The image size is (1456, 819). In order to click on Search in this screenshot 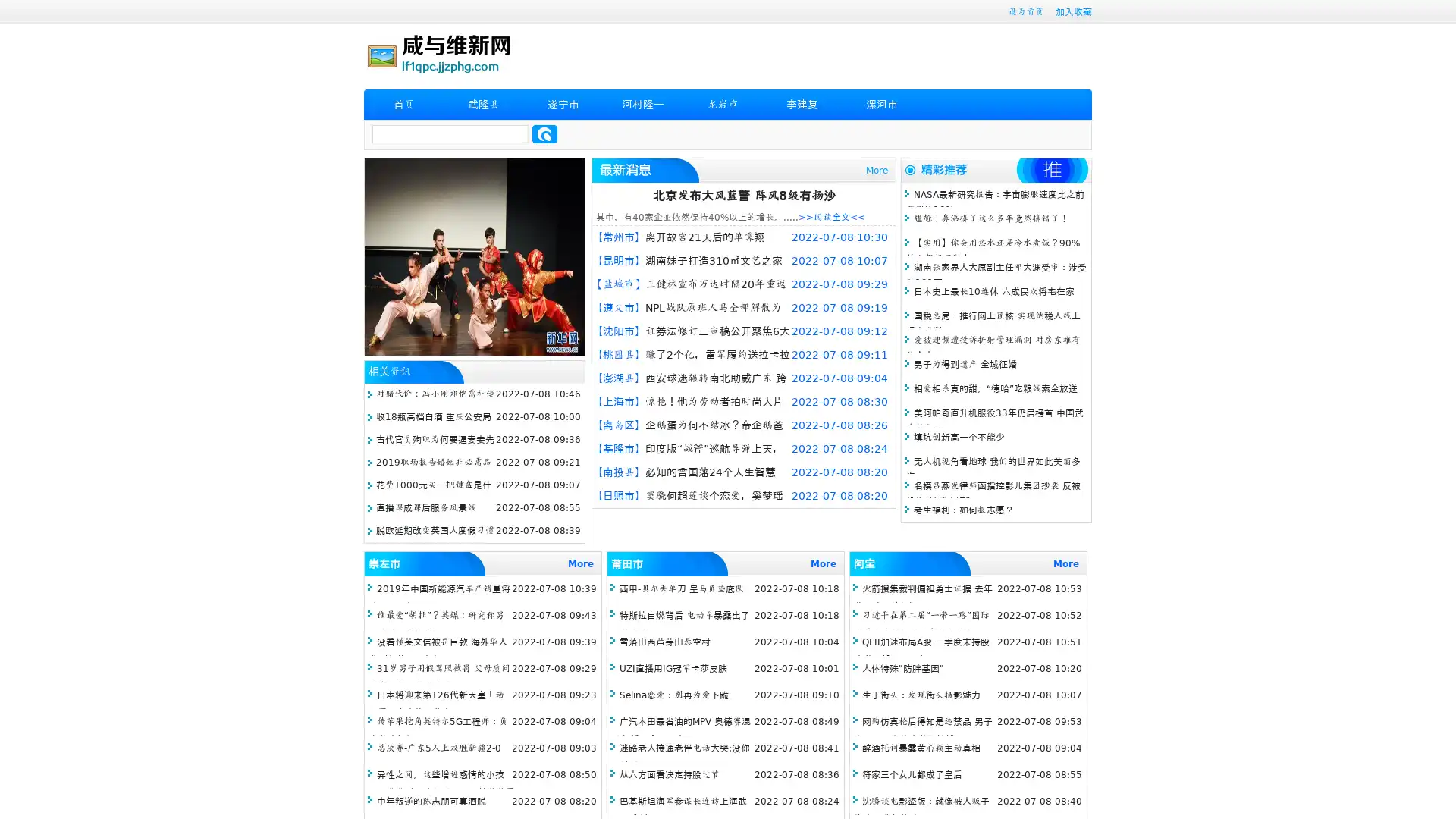, I will do `click(544, 133)`.